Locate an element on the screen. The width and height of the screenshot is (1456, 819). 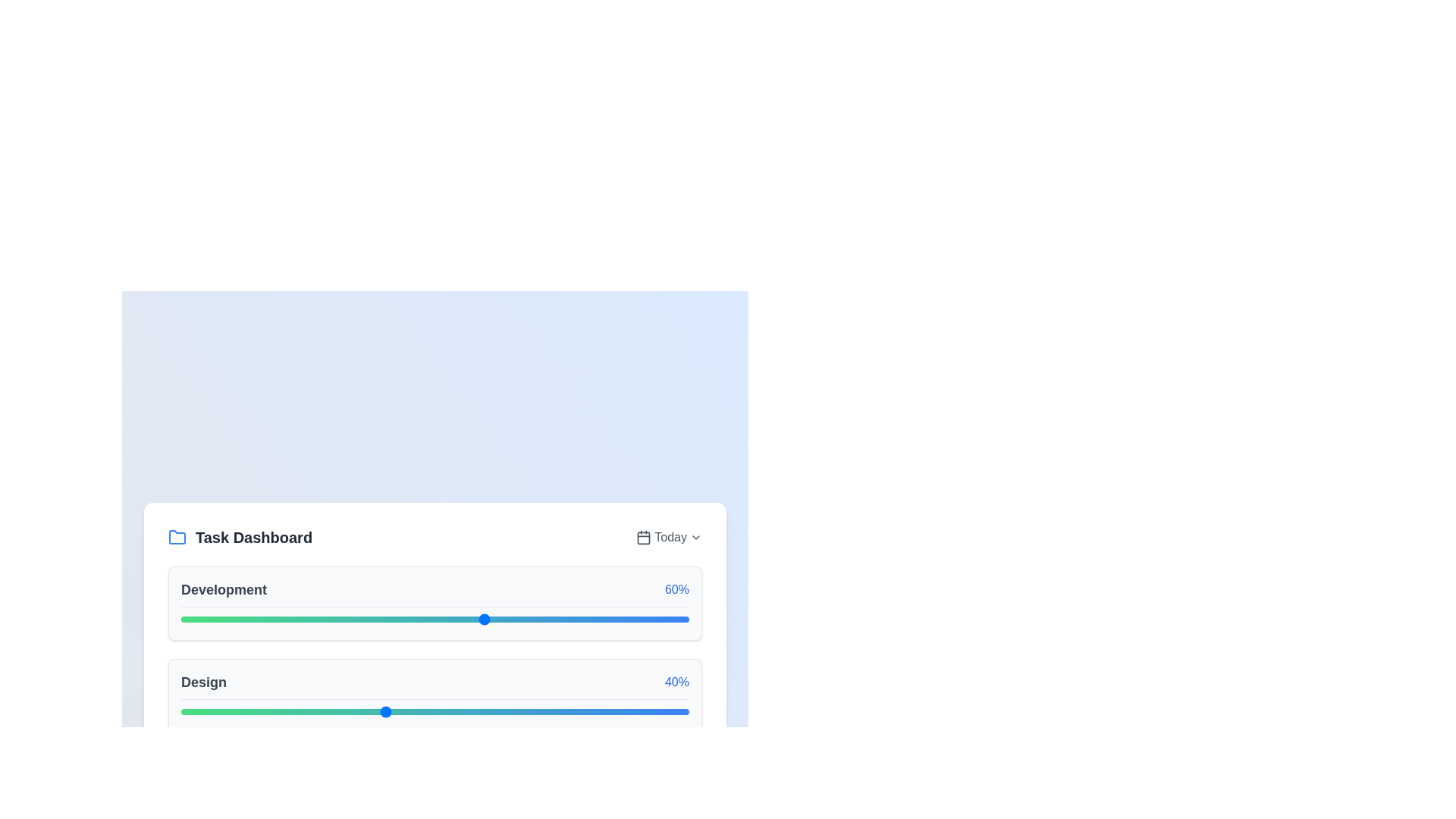
the development progress is located at coordinates (623, 620).